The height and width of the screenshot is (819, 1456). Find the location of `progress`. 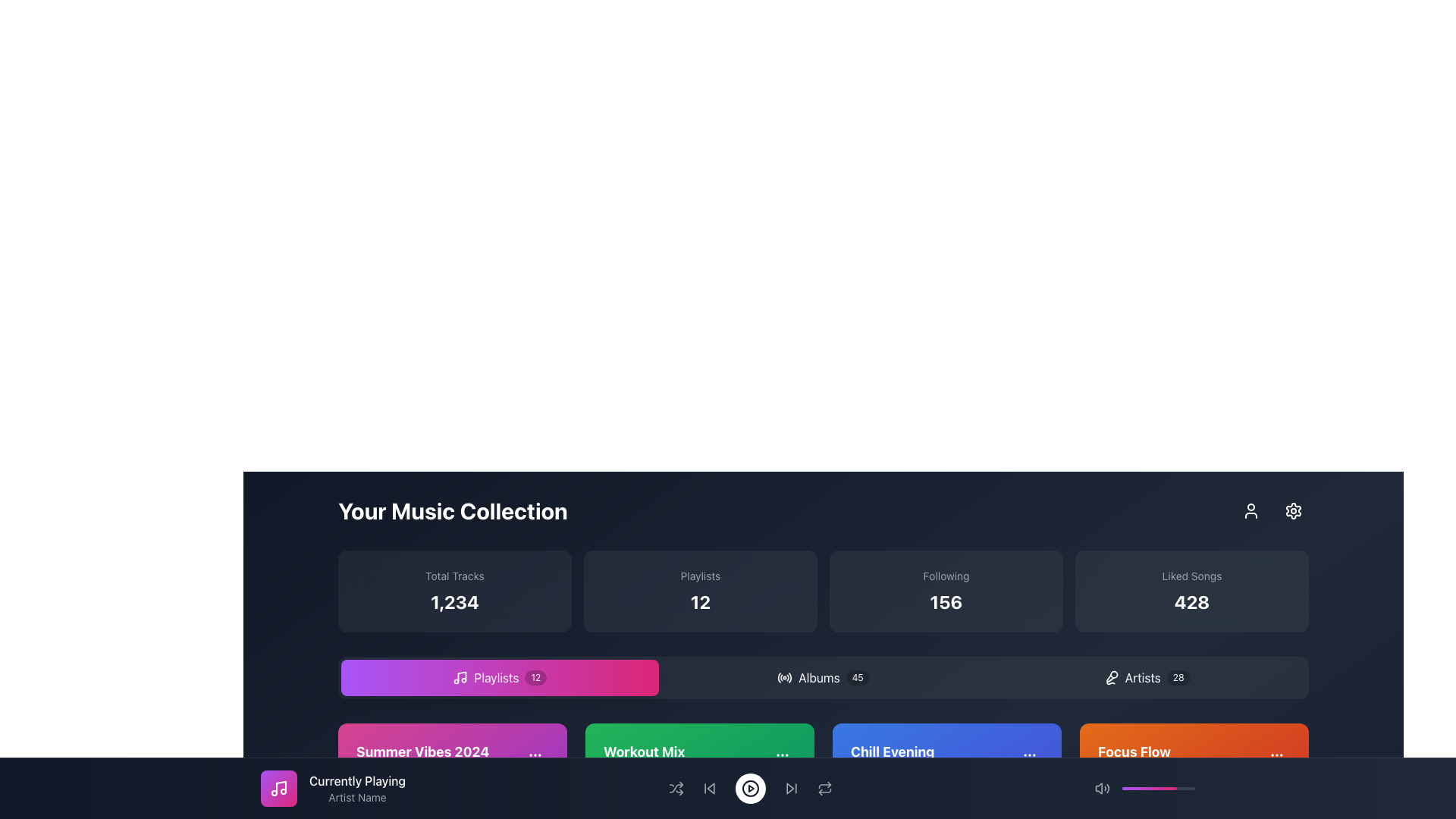

progress is located at coordinates (1188, 788).